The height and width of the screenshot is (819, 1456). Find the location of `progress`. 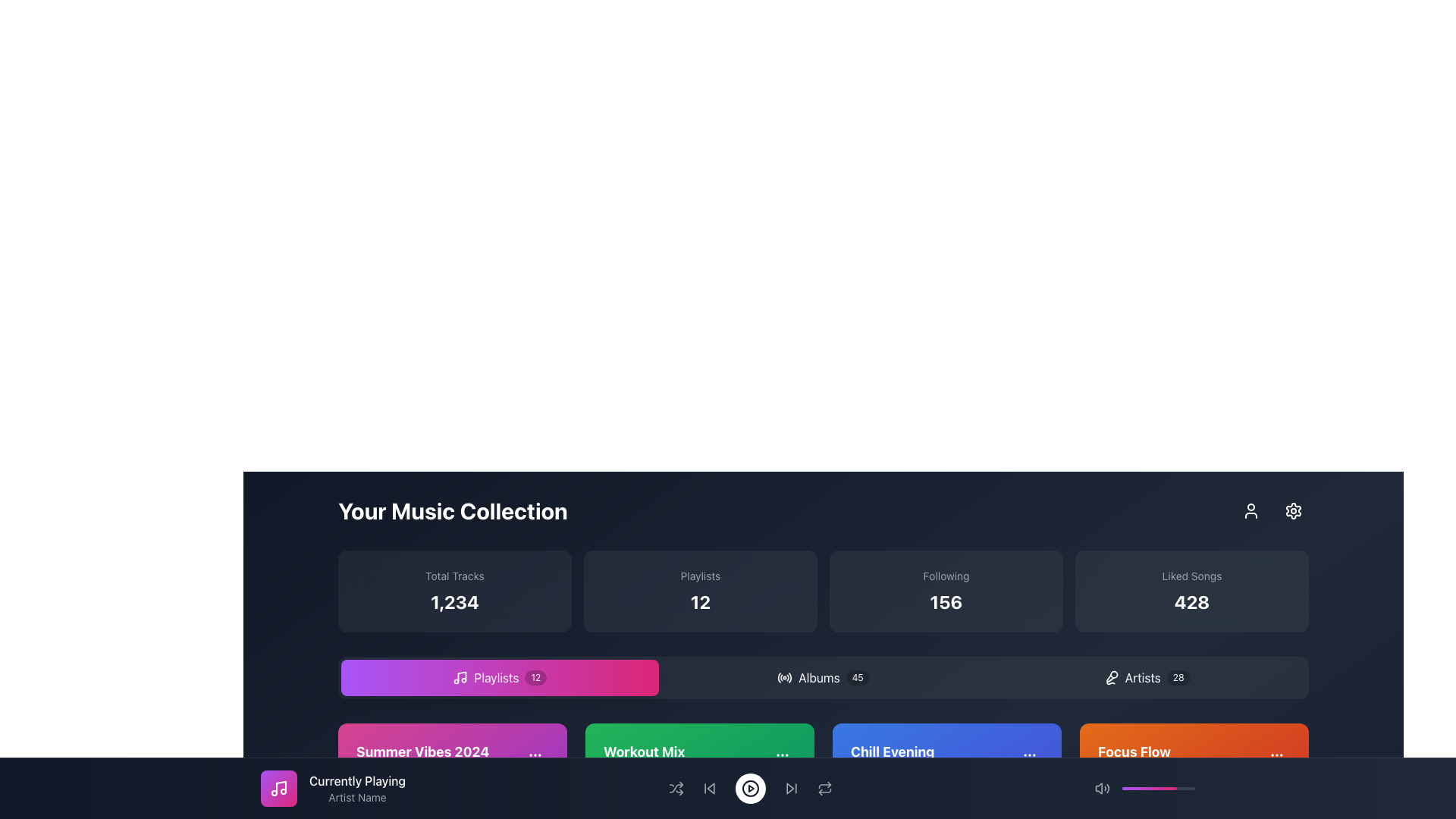

progress is located at coordinates (1188, 788).